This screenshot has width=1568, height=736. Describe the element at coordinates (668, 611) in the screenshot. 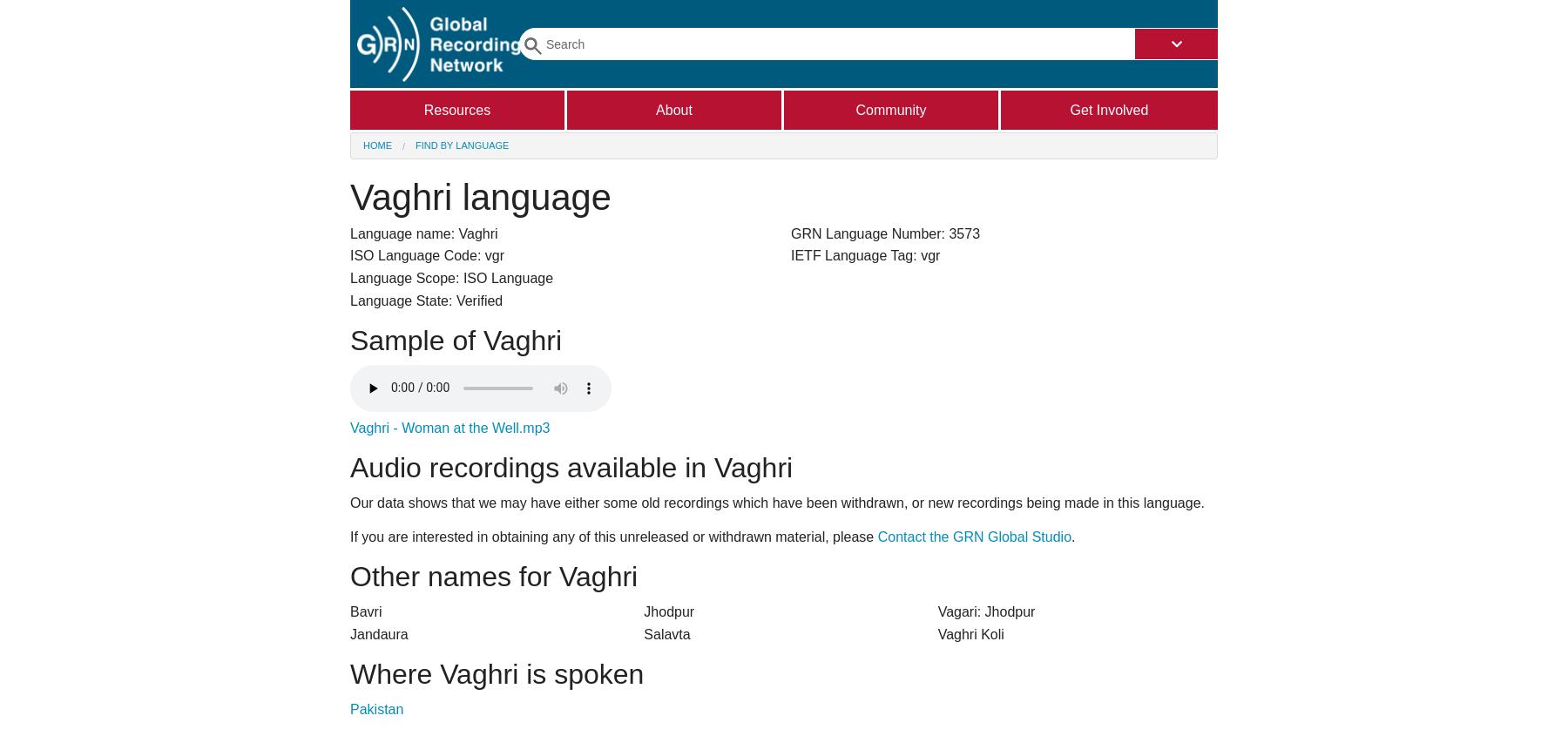

I see `'Jhodpur'` at that location.